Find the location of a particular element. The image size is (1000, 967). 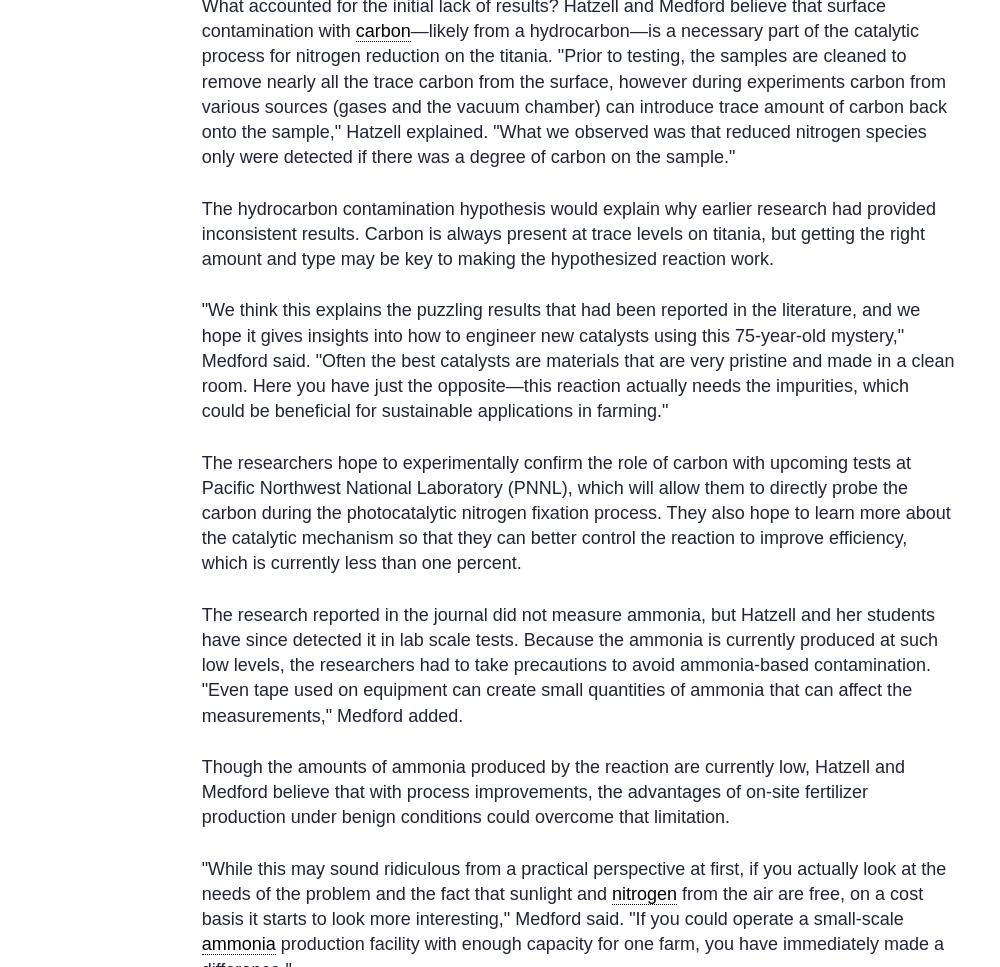

'The research reported in the journal did not measure ammonia, but Hatzell and her students have since detected it in lab scale tests. Because the ammonia is currently produced at such low levels, the researchers had to take precautions to avoid ammonia-based contamination. "Even tape used on equipment can create small quantities of ammonia that can affect the measurements," Medford added.' is located at coordinates (568, 663).